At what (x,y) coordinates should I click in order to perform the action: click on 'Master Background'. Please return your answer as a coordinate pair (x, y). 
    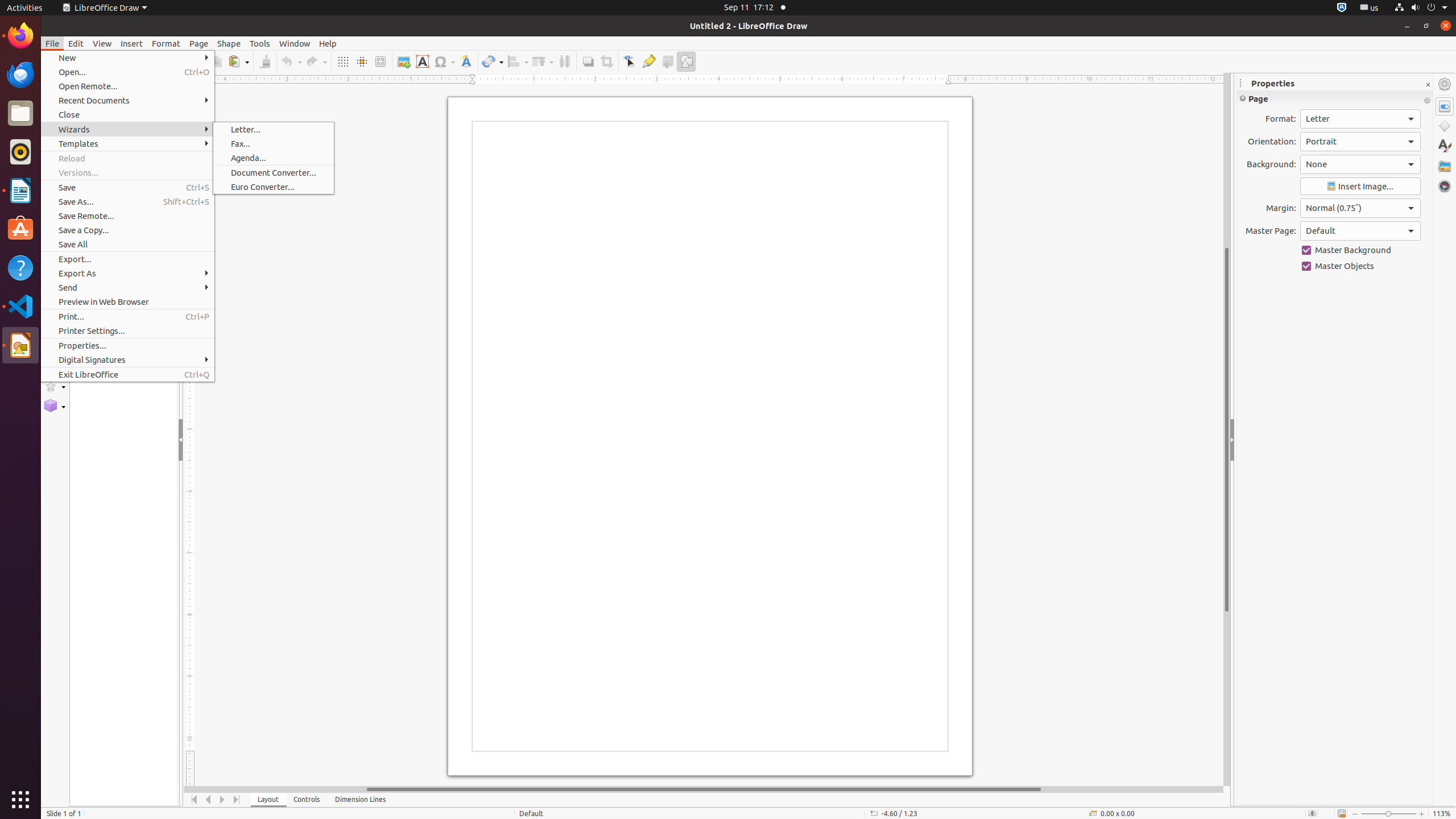
    Looking at the image, I should click on (1360, 250).